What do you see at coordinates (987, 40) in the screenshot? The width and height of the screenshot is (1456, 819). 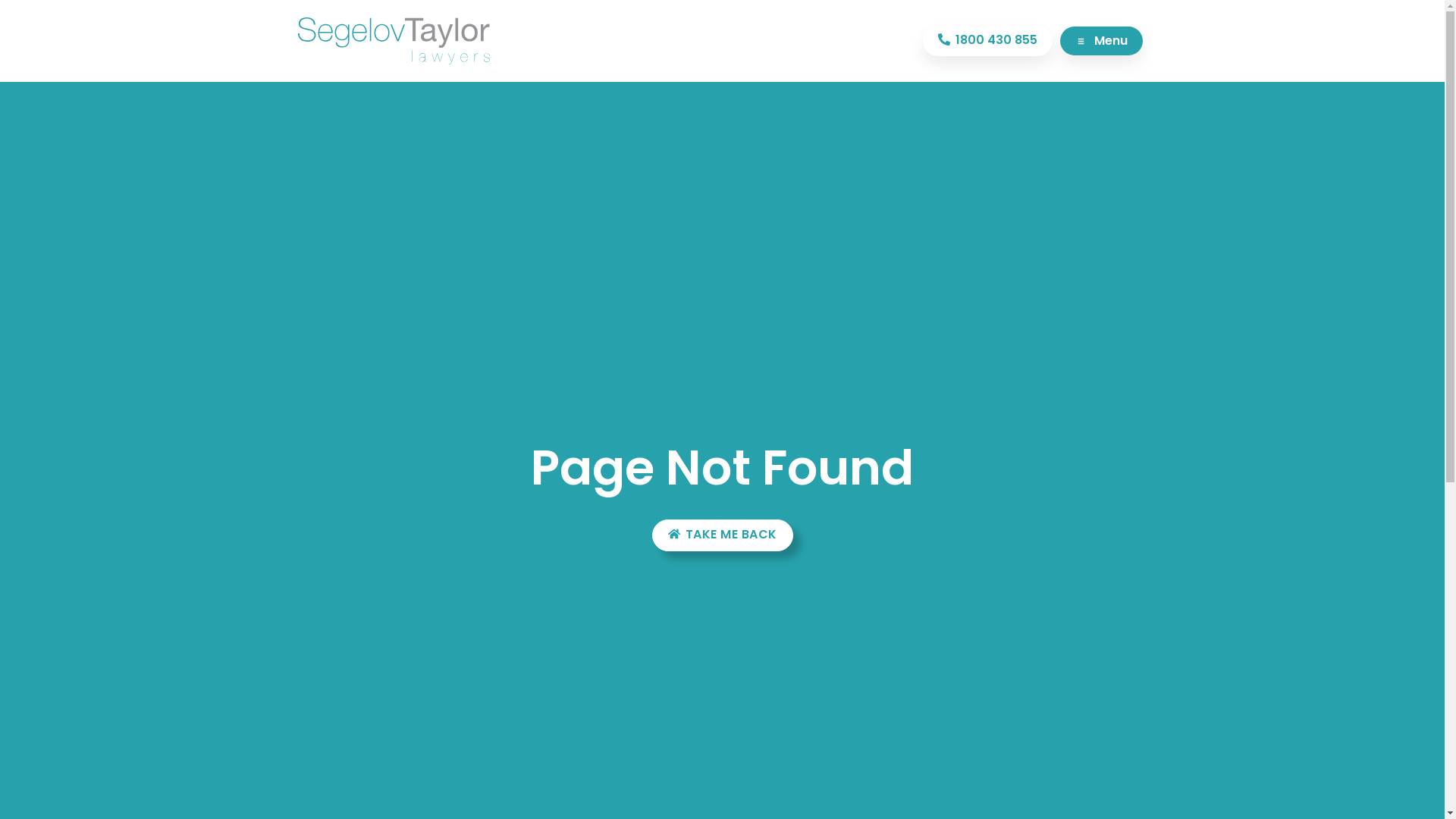 I see `'1800 430 855'` at bounding box center [987, 40].